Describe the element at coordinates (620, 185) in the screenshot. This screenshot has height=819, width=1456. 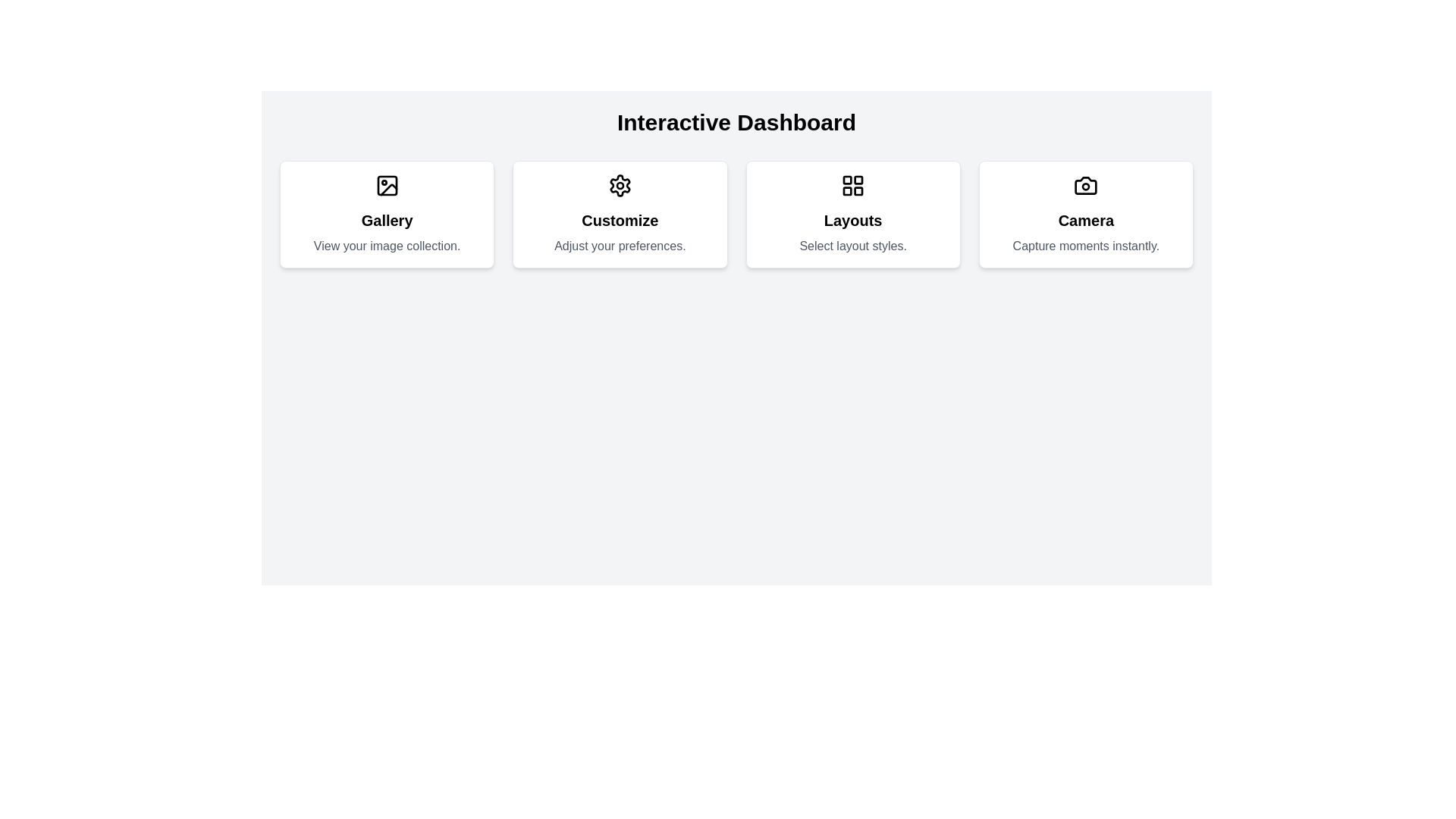
I see `the gear icon representing settings, located in the center of the 'Customize' card` at that location.